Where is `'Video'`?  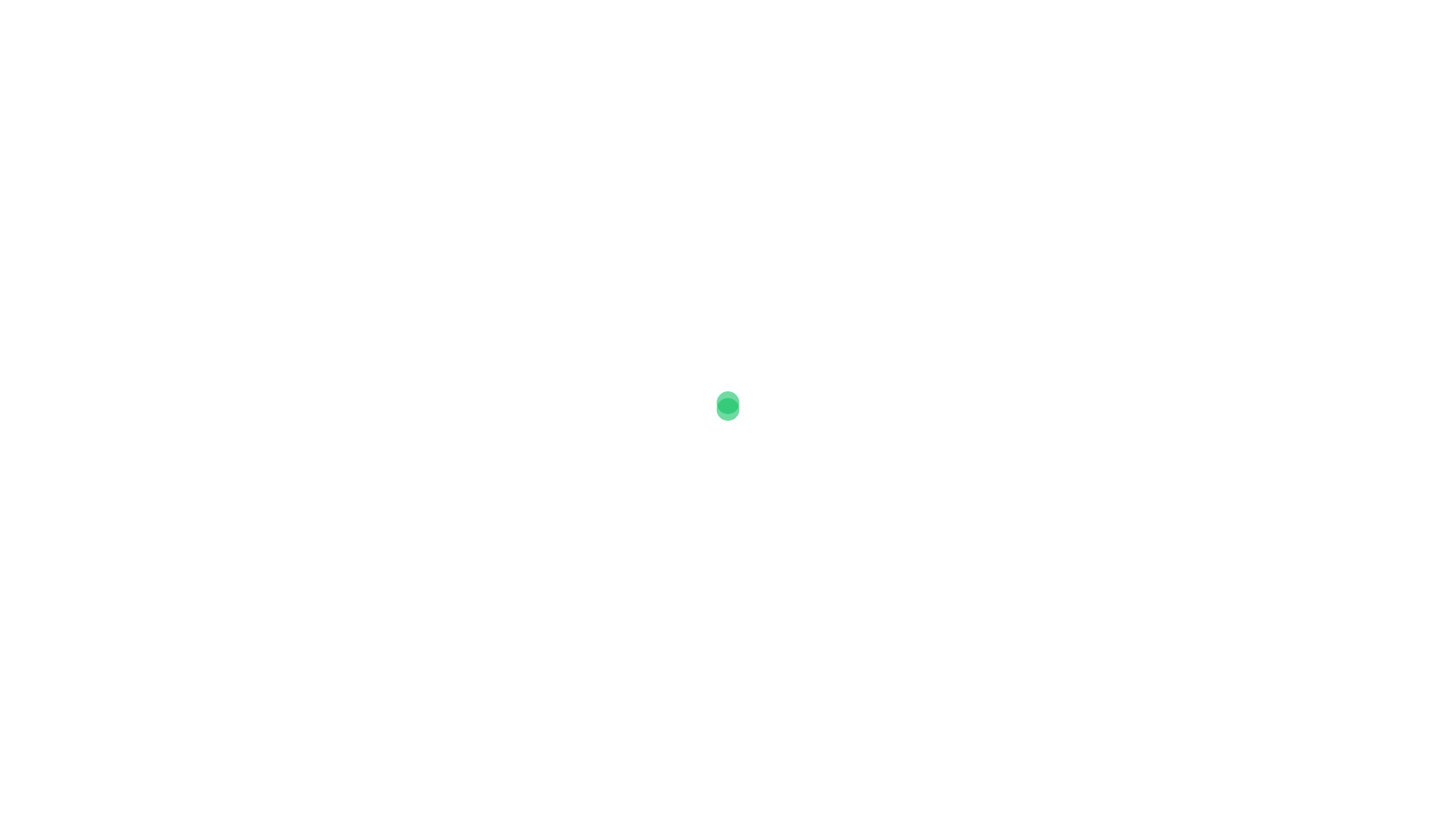
'Video' is located at coordinates (1004, 27).